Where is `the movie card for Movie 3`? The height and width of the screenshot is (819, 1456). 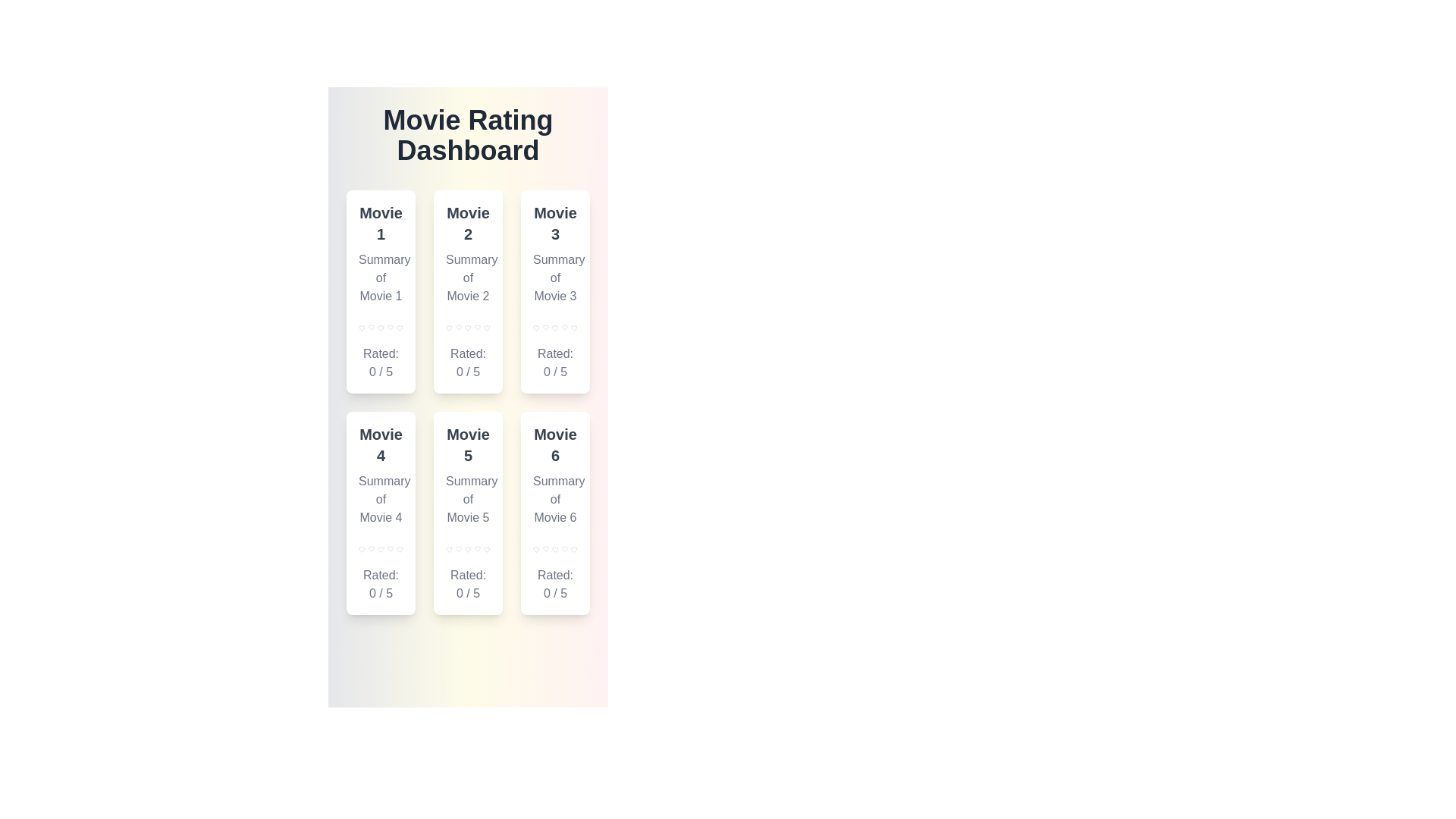 the movie card for Movie 3 is located at coordinates (554, 292).